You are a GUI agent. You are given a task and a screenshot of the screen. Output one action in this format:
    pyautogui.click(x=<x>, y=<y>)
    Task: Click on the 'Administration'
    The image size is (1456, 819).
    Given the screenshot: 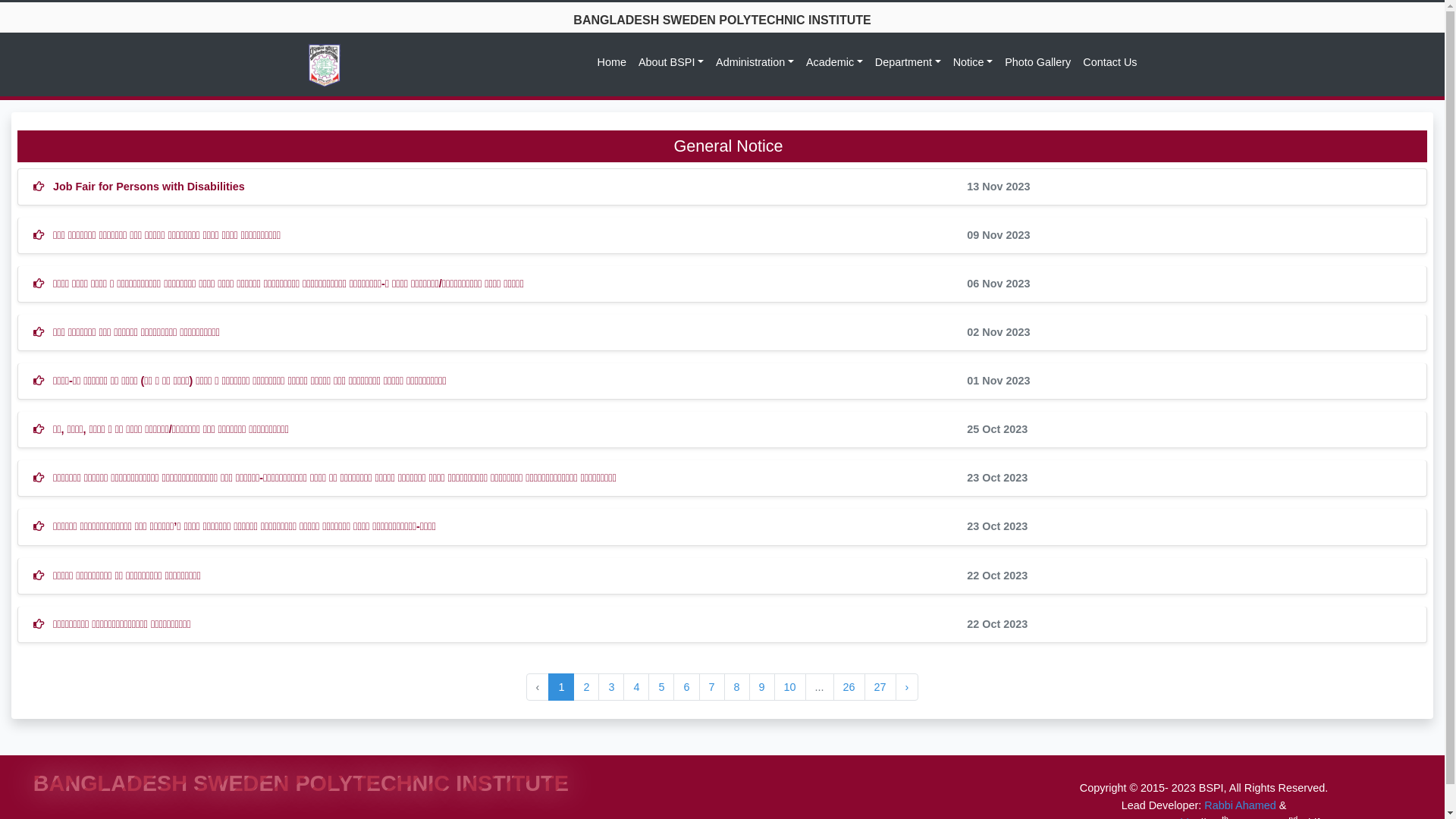 What is the action you would take?
    pyautogui.click(x=755, y=61)
    